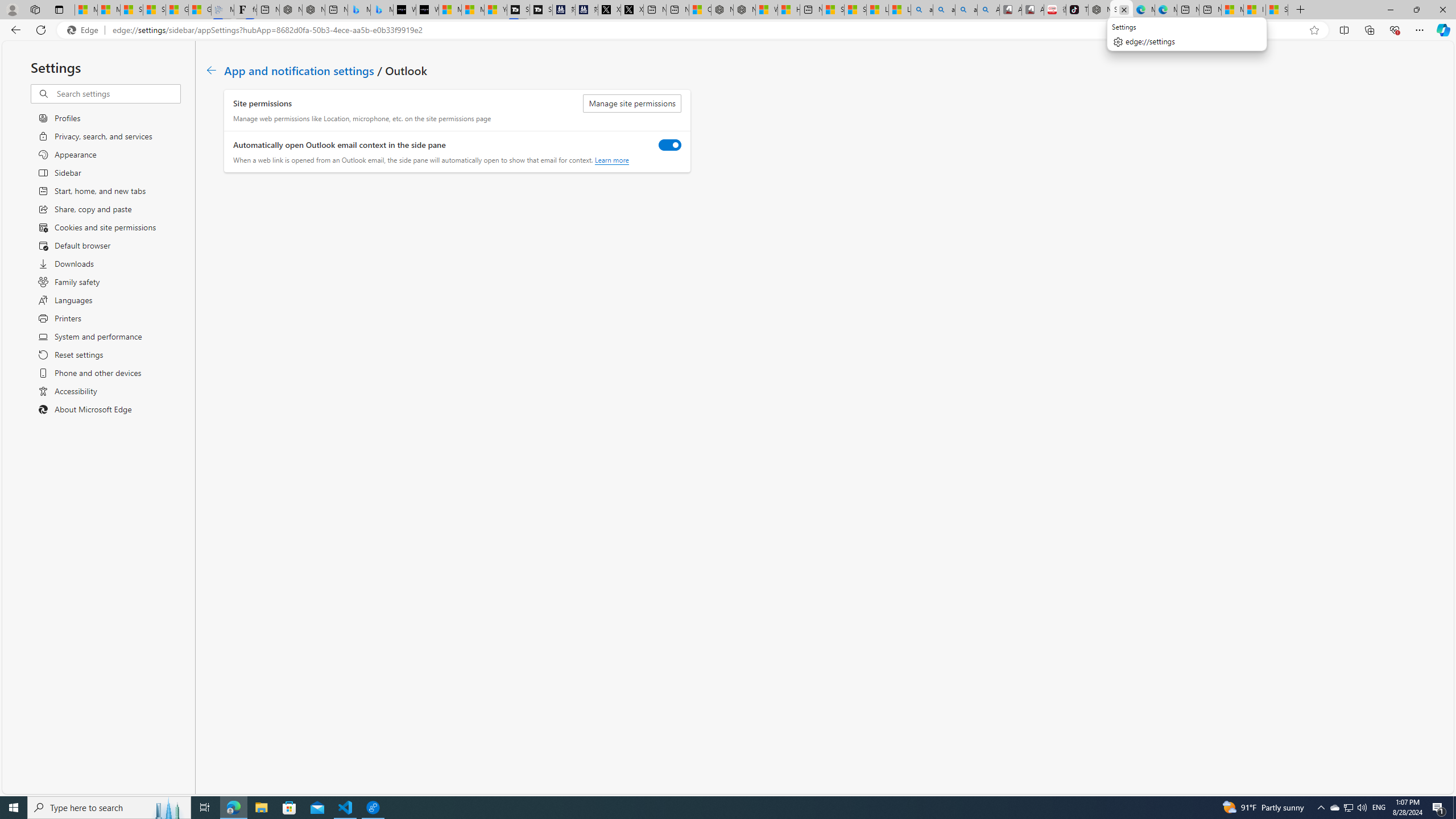 Image resolution: width=1456 pixels, height=819 pixels. What do you see at coordinates (1254, 9) in the screenshot?
I see `'I Gained 20 Pounds of Muscle in 30 Days! | Watch'` at bounding box center [1254, 9].